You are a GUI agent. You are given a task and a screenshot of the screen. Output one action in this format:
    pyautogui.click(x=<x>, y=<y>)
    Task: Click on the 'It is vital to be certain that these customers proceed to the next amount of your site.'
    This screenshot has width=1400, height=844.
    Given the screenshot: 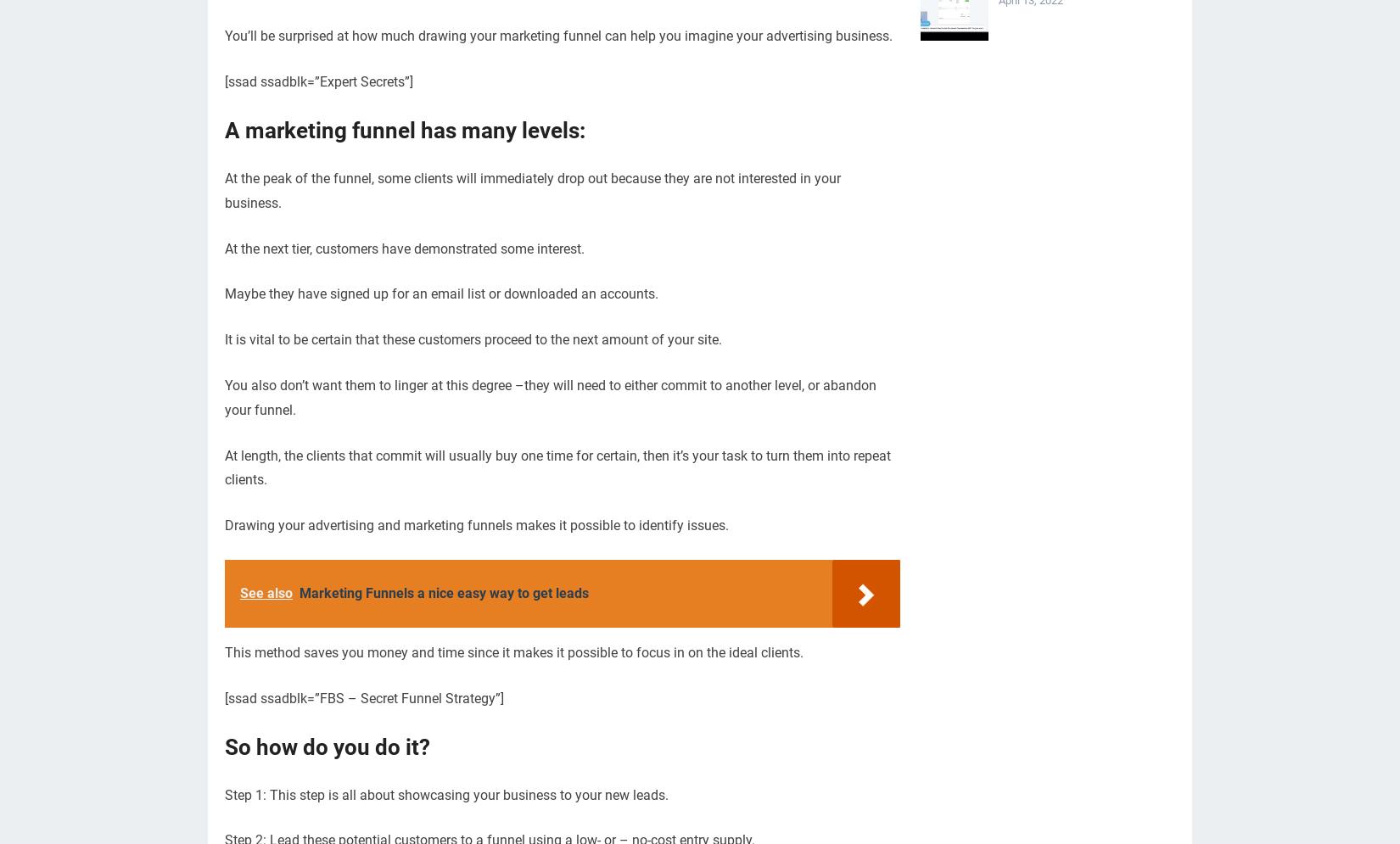 What is the action you would take?
    pyautogui.click(x=473, y=339)
    